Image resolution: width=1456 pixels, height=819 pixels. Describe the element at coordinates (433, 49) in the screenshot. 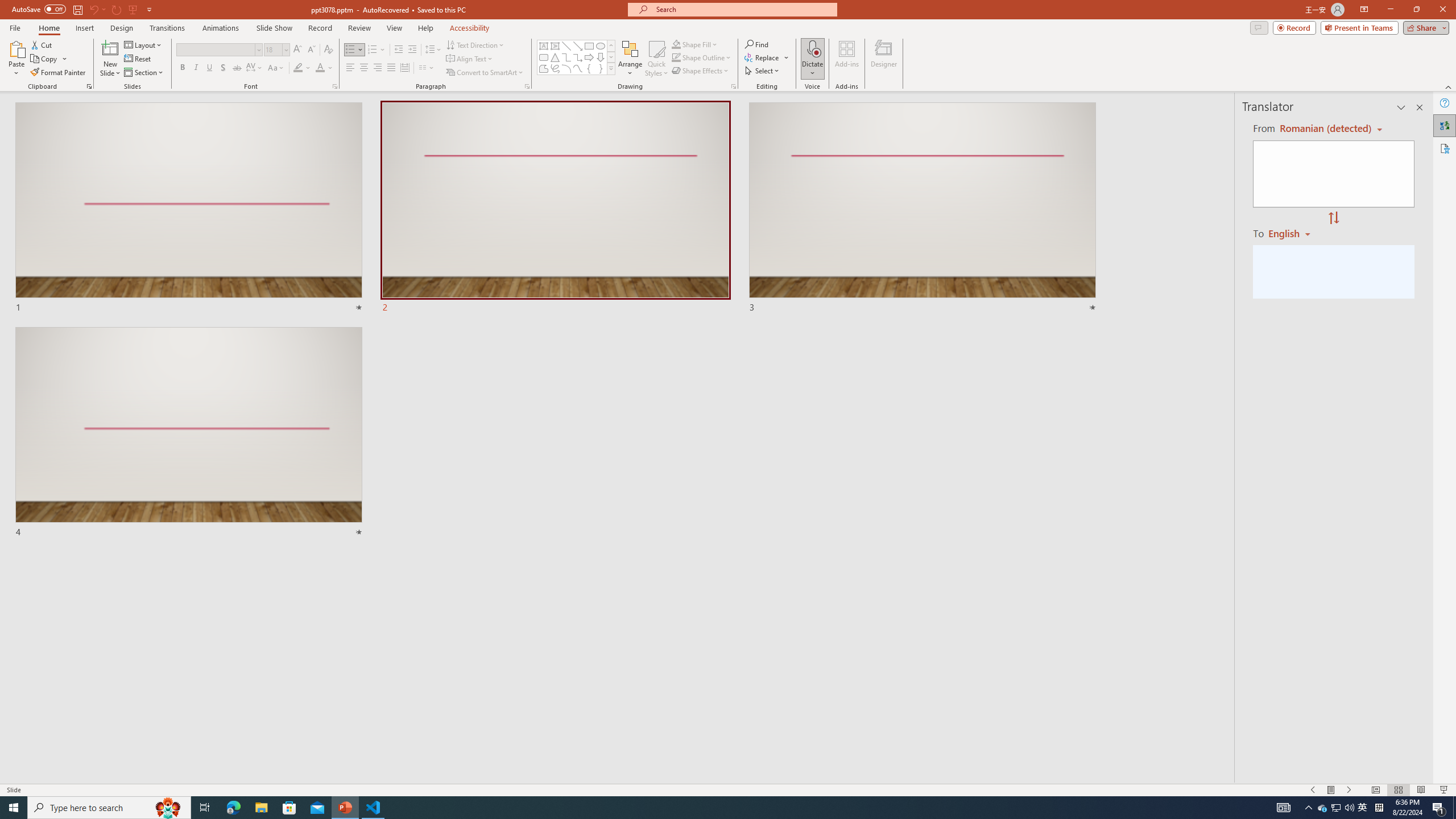

I see `'Line Spacing'` at that location.